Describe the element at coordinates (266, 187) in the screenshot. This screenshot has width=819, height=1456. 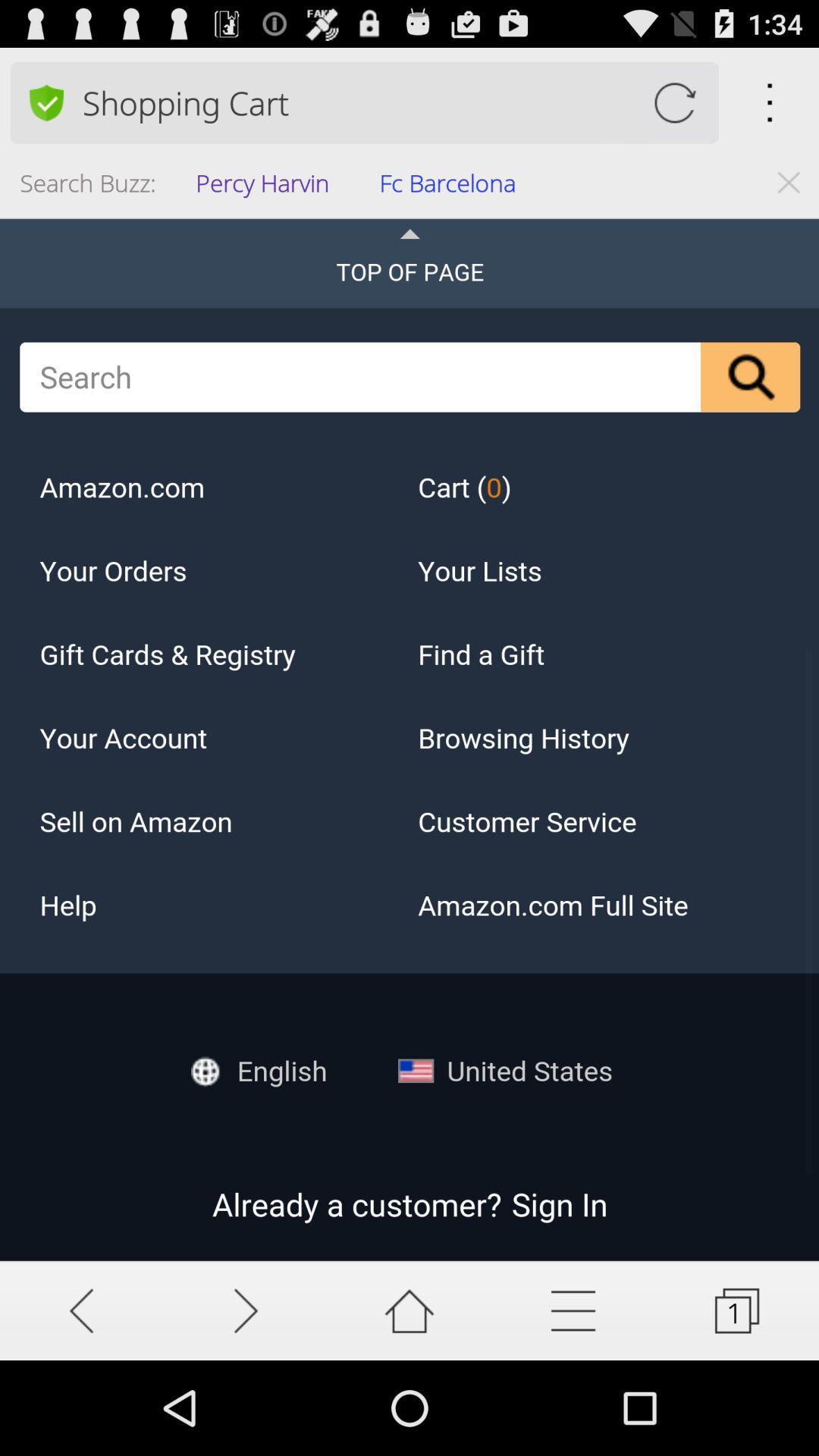
I see `item next to search buzz:` at that location.